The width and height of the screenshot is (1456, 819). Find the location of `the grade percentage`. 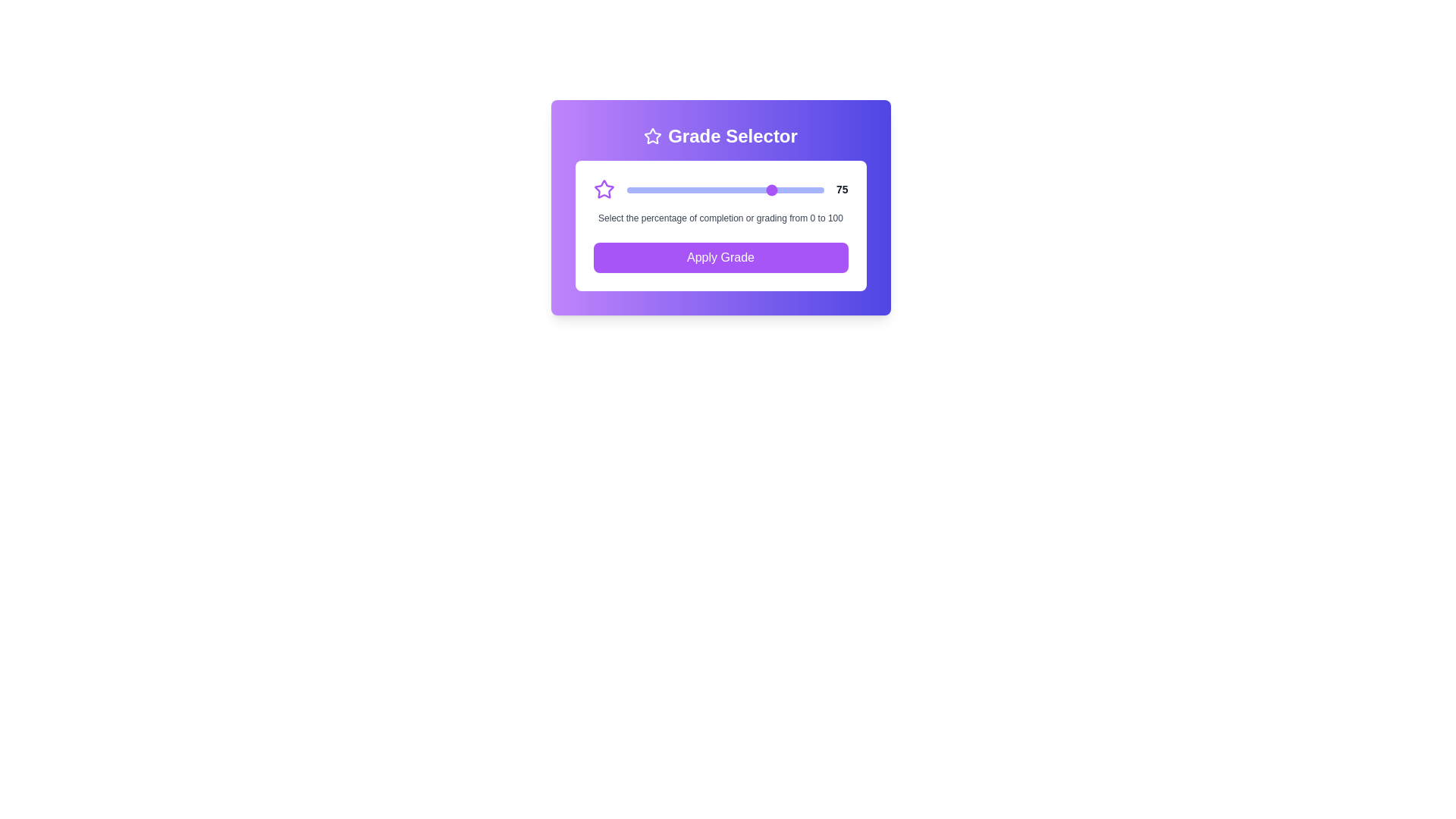

the grade percentage is located at coordinates (773, 189).